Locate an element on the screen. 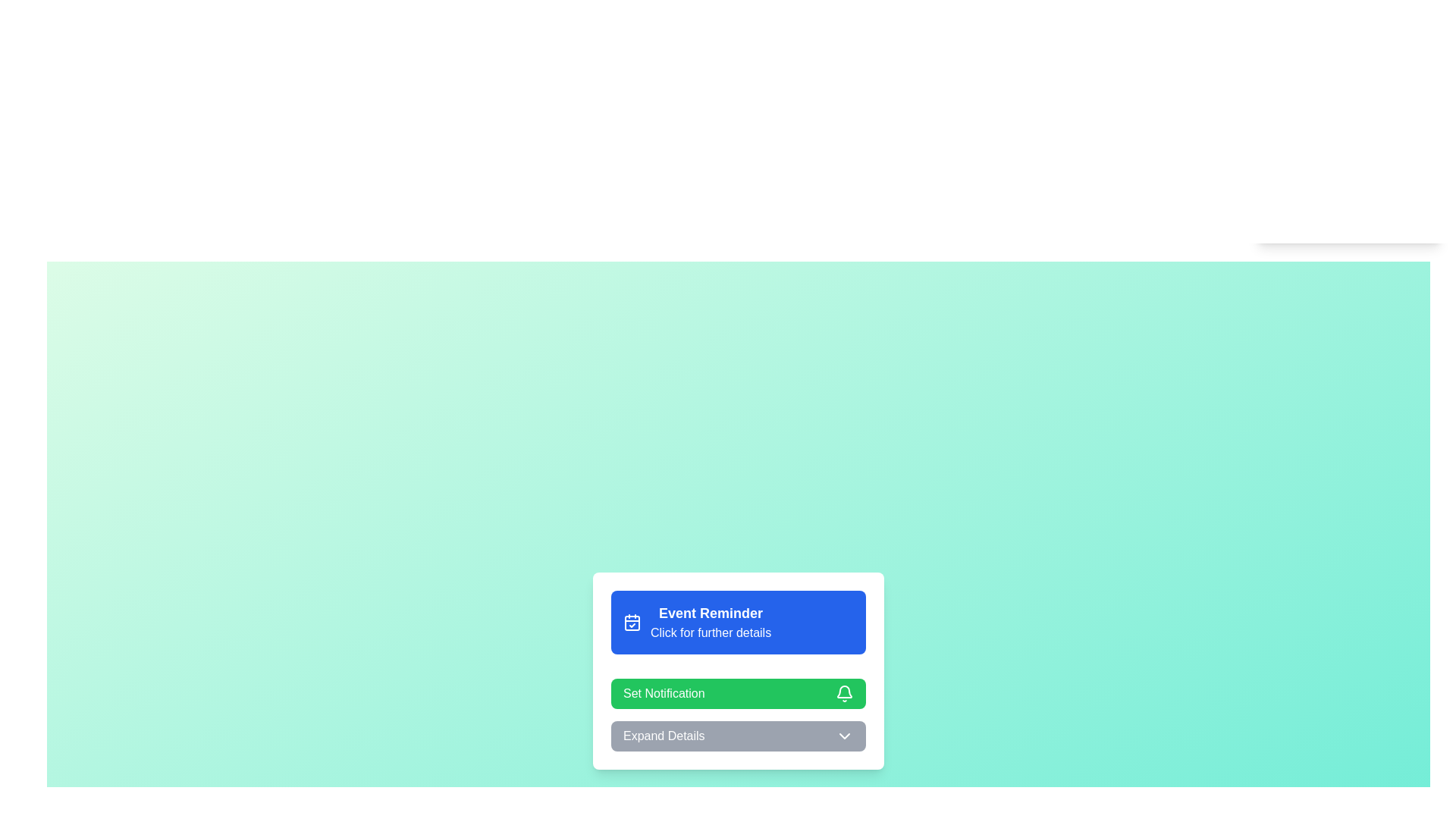 The image size is (1456, 819). 'Expand Details' text label, which is a white font on a gray background, positioned on the left side of a horizontal group at the bottom of a vertically stacked panel is located at coordinates (664, 736).